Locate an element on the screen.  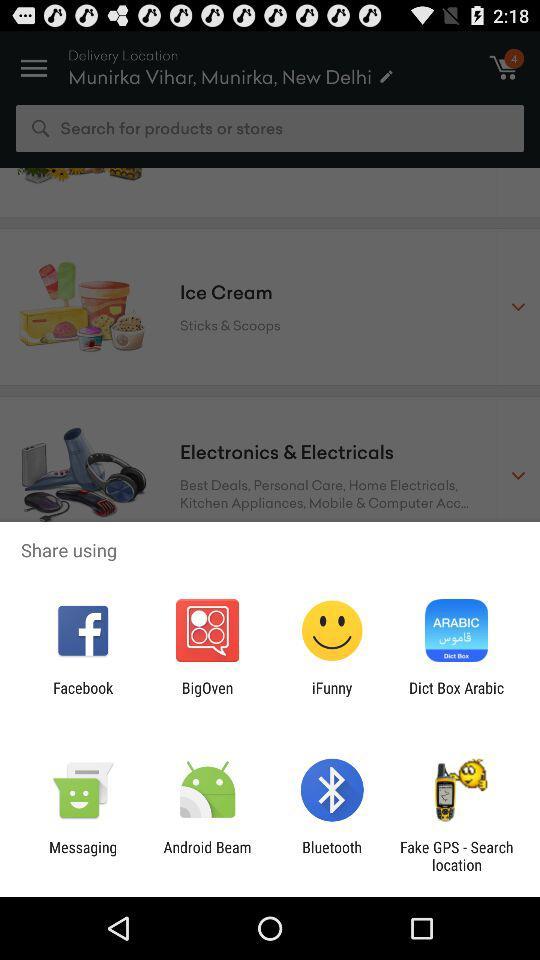
the item next to messaging item is located at coordinates (206, 855).